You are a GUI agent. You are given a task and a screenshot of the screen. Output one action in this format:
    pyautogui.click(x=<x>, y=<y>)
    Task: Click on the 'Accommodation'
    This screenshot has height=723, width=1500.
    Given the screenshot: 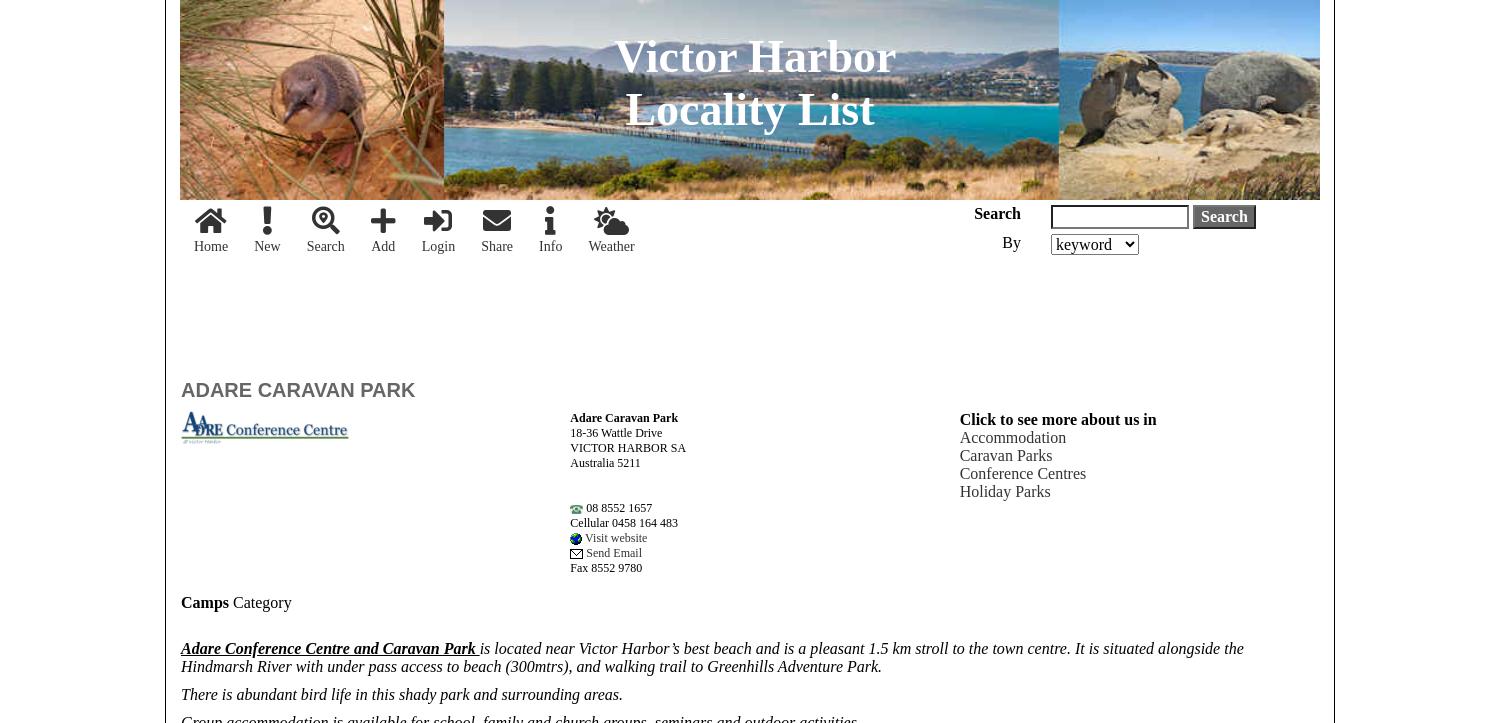 What is the action you would take?
    pyautogui.click(x=1012, y=437)
    